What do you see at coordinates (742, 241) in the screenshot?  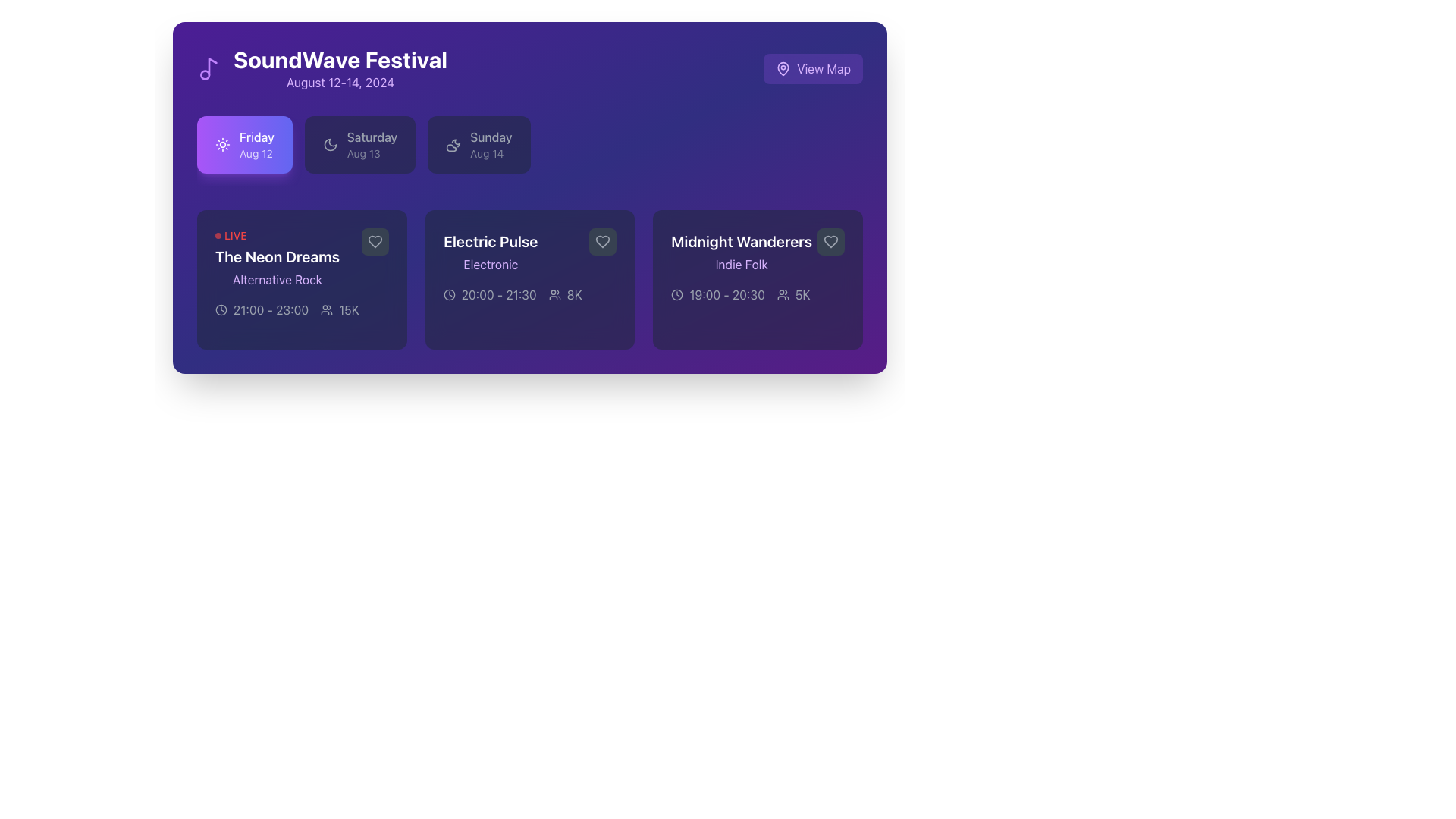 I see `text content of the header element that displays 'Midnight Wanderers', styled in bold and large font on a dark purple background, located in the third position of a horizontally aligned card list` at bounding box center [742, 241].